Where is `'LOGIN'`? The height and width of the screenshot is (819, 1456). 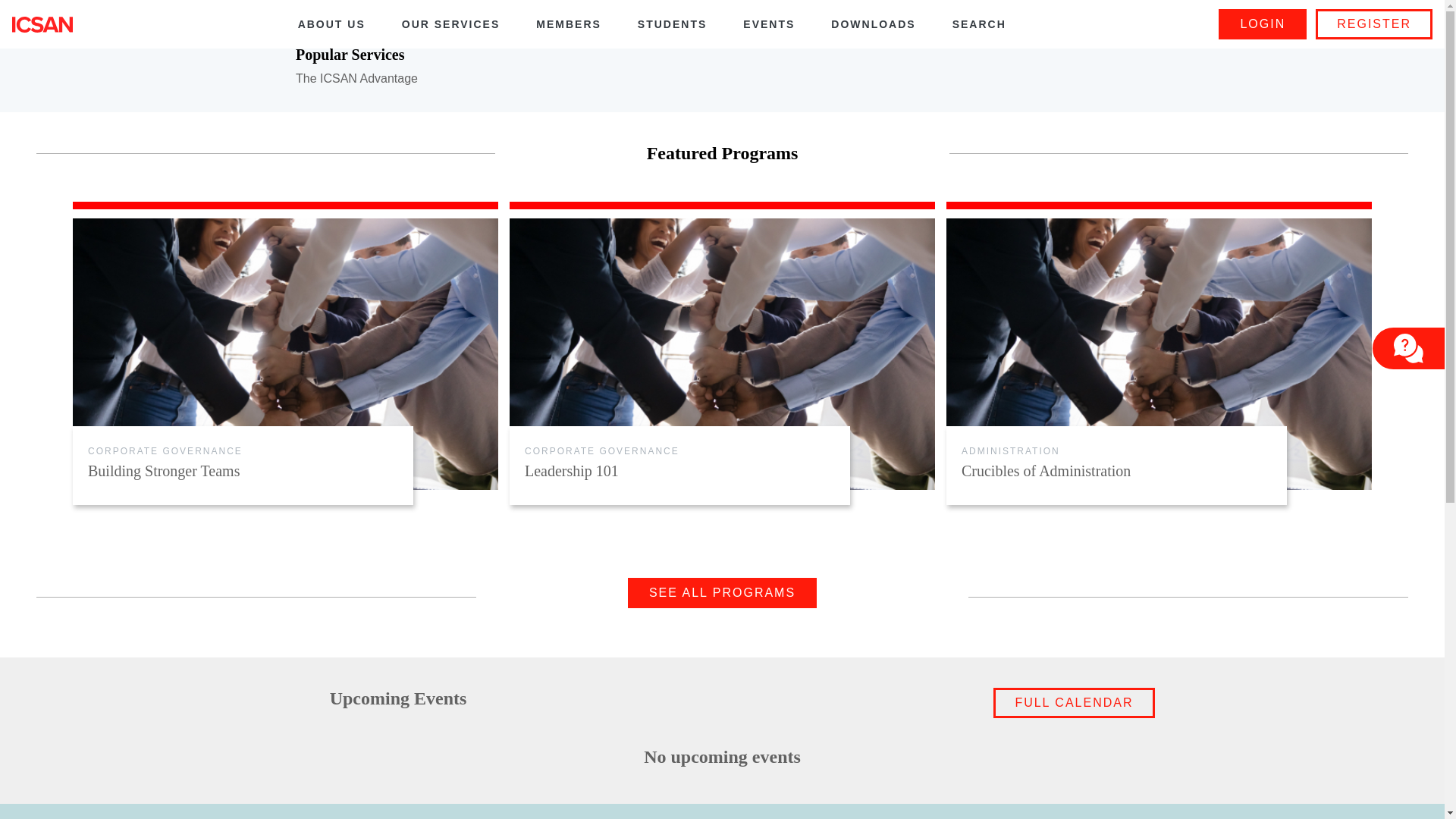 'LOGIN' is located at coordinates (1219, 24).